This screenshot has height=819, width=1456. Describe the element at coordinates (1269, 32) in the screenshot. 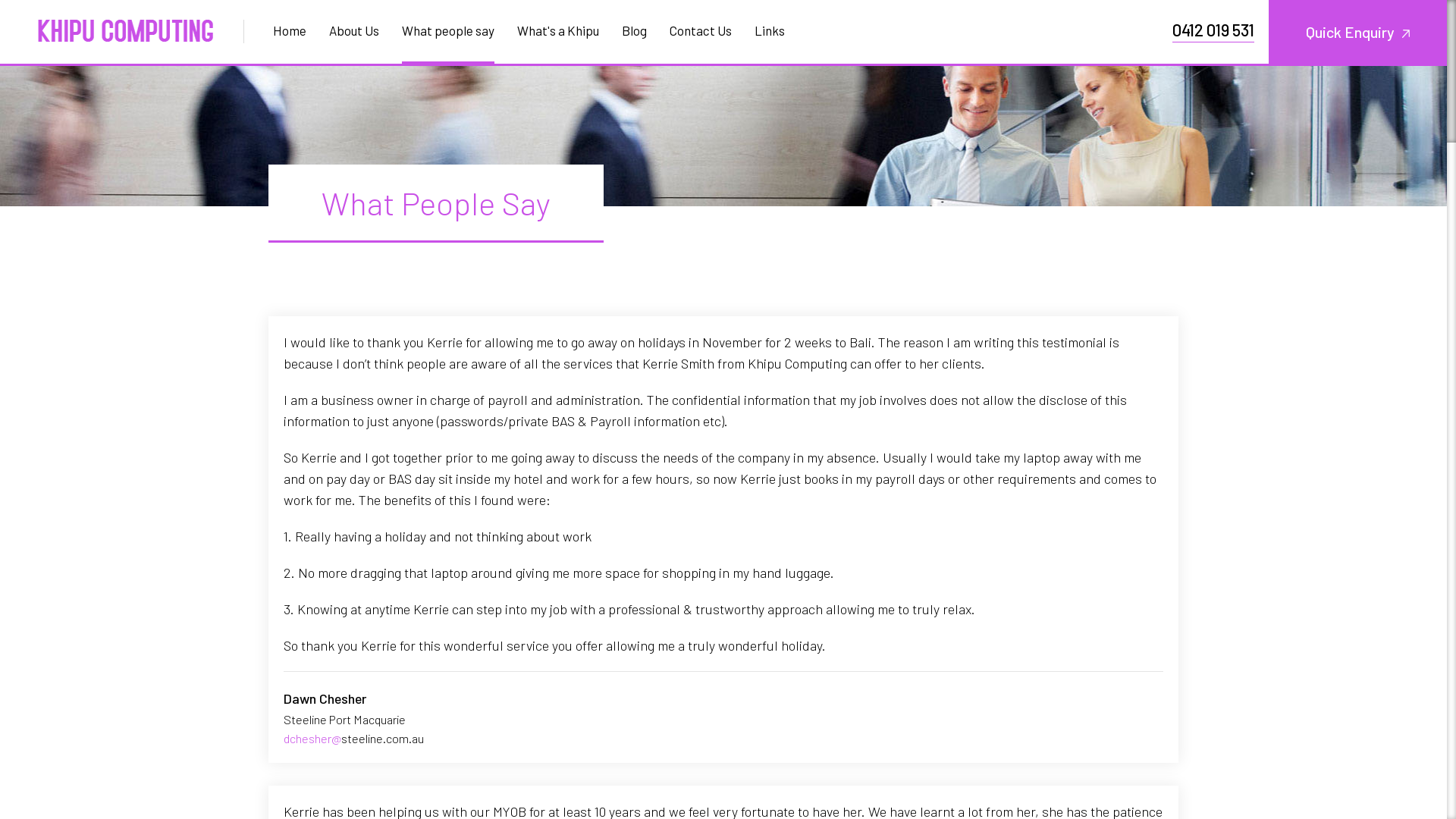

I see `'Quick Enquiry'` at that location.